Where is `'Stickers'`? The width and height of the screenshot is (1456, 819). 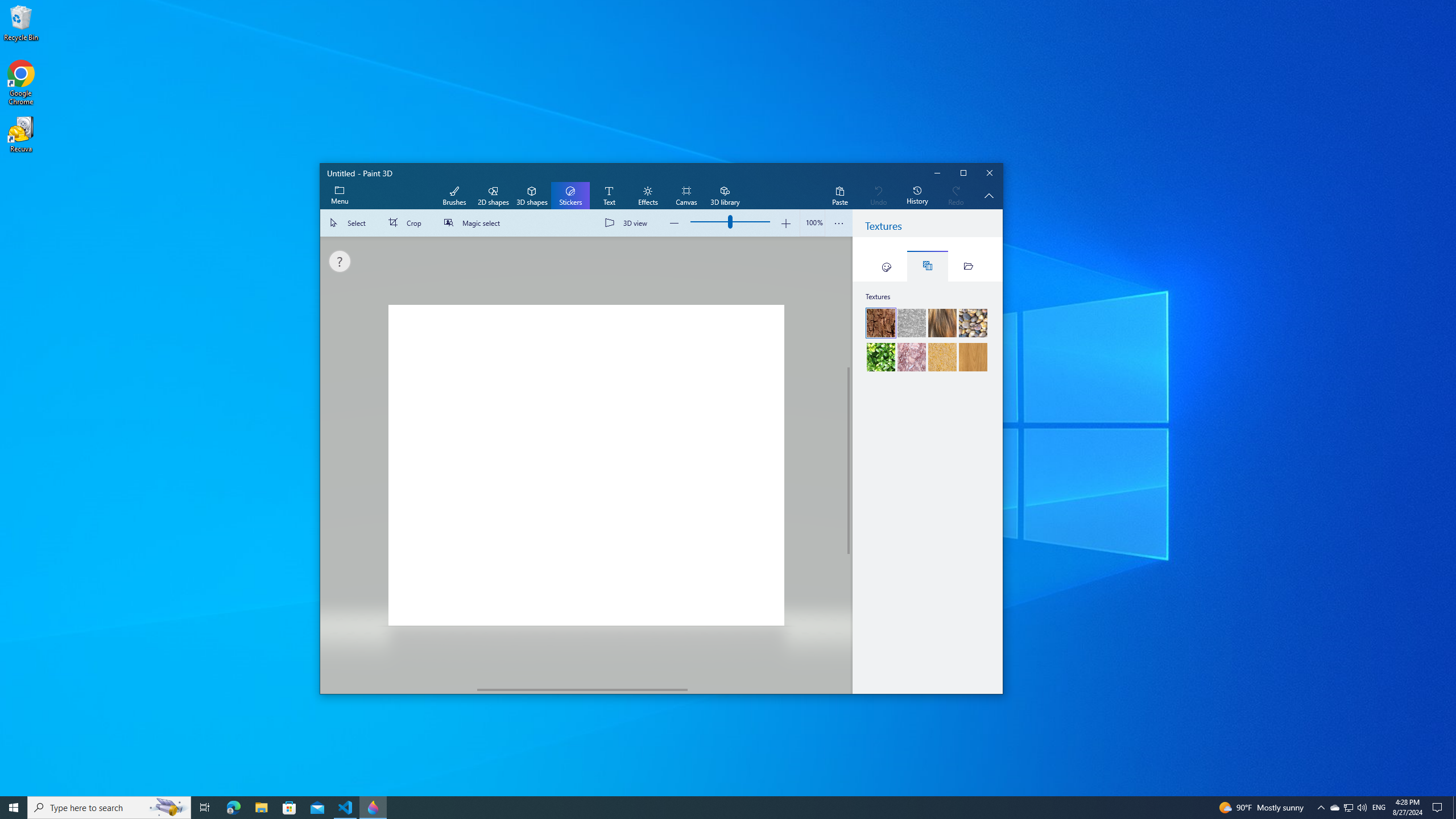
'Stickers' is located at coordinates (570, 196).